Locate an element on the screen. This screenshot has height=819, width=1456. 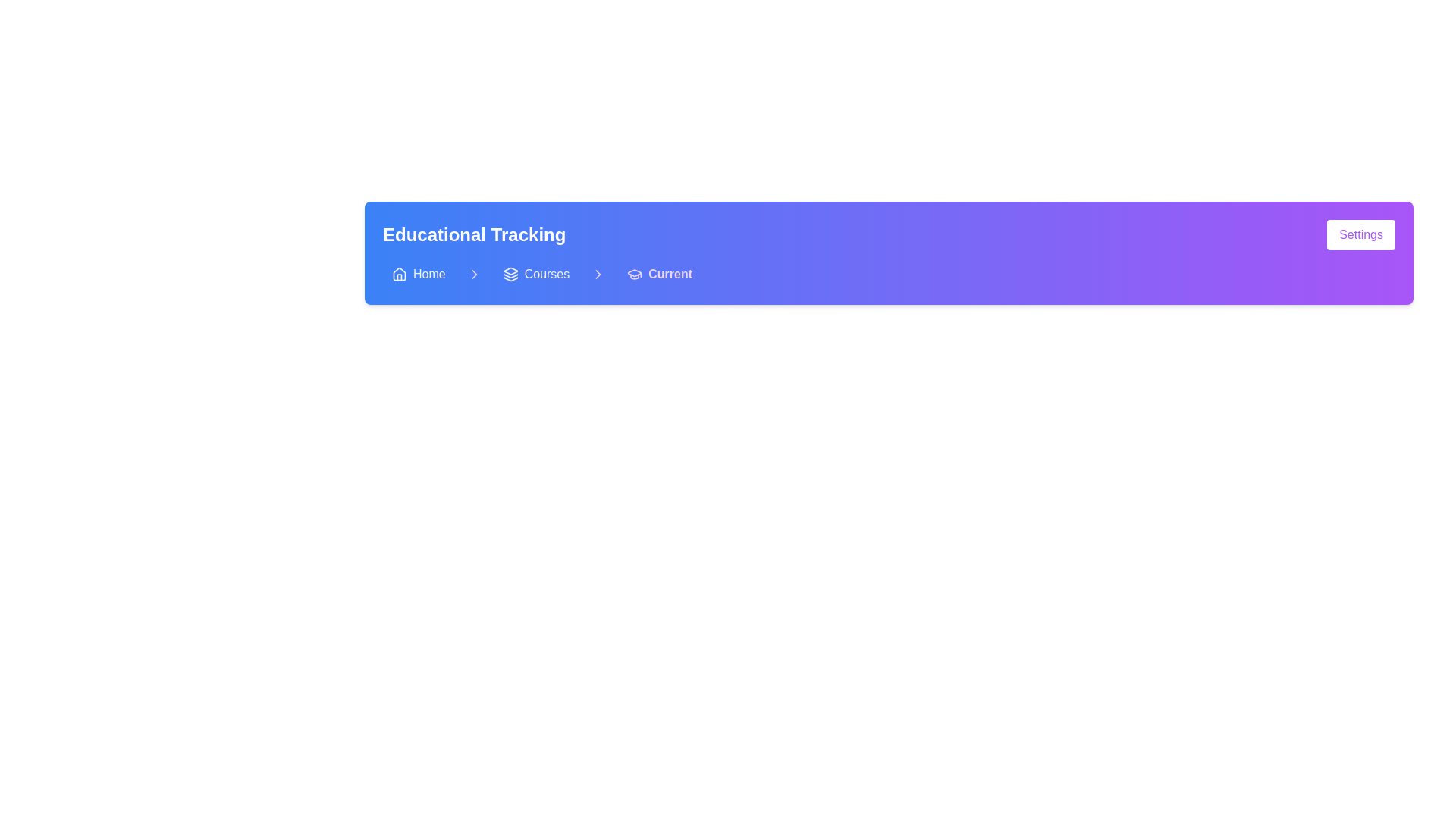
the first icon in the navigation breadcrumb area that represents a layered or hierarchical concept to interact with its functionality is located at coordinates (510, 270).